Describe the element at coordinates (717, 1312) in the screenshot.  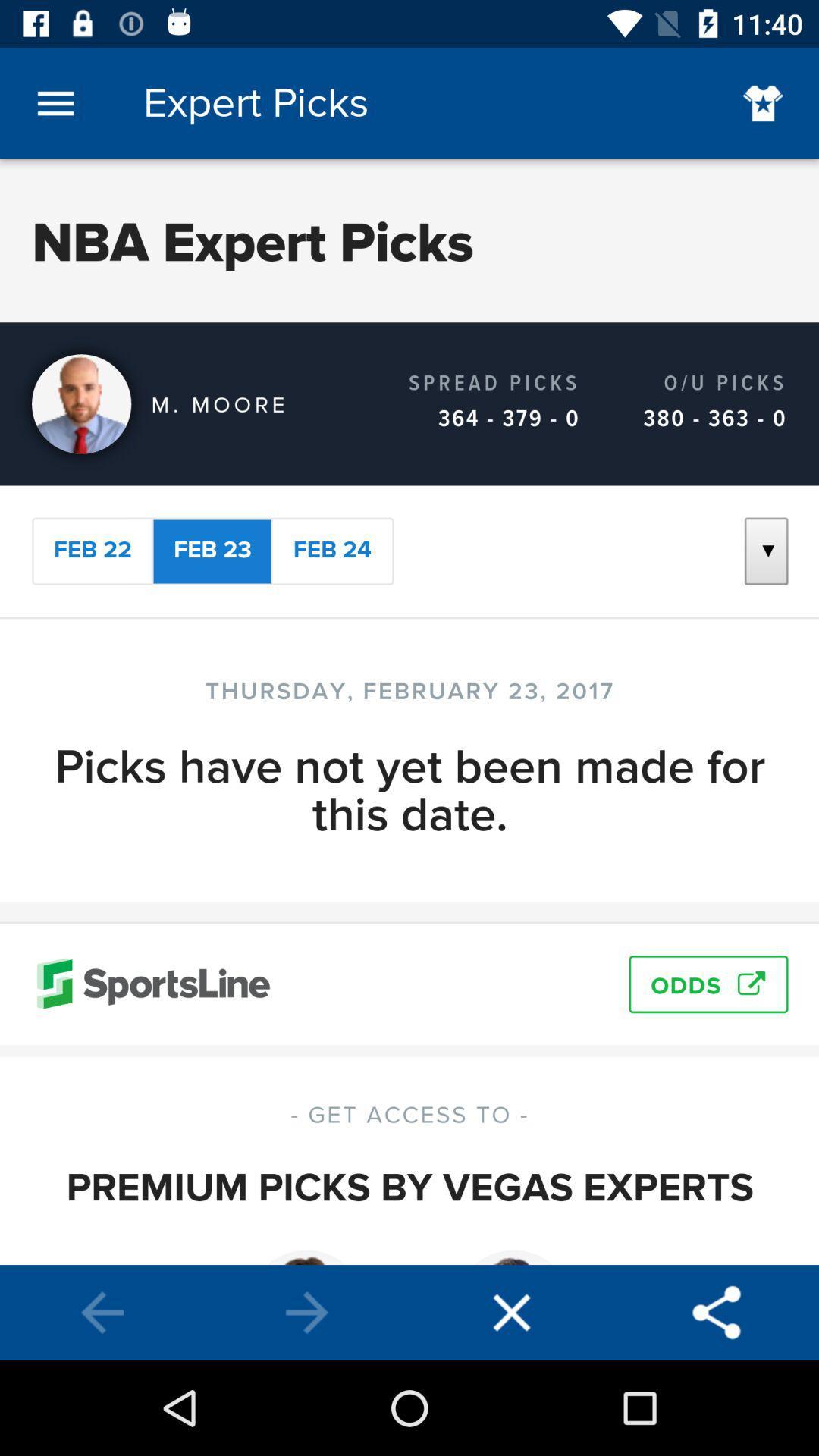
I see `sharing function` at that location.